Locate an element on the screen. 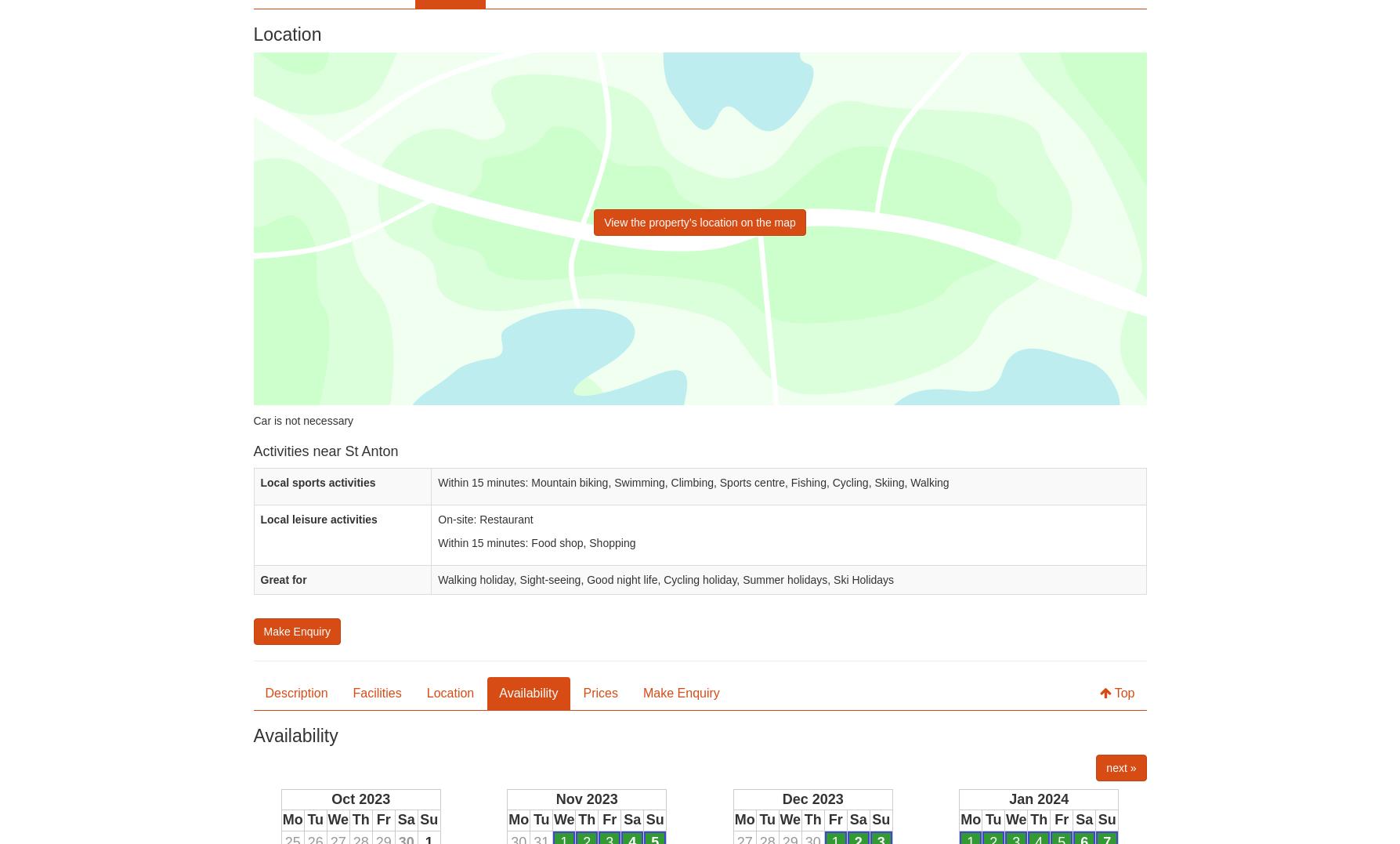 The height and width of the screenshot is (844, 1400). 'Activities near St Anton' is located at coordinates (325, 451).